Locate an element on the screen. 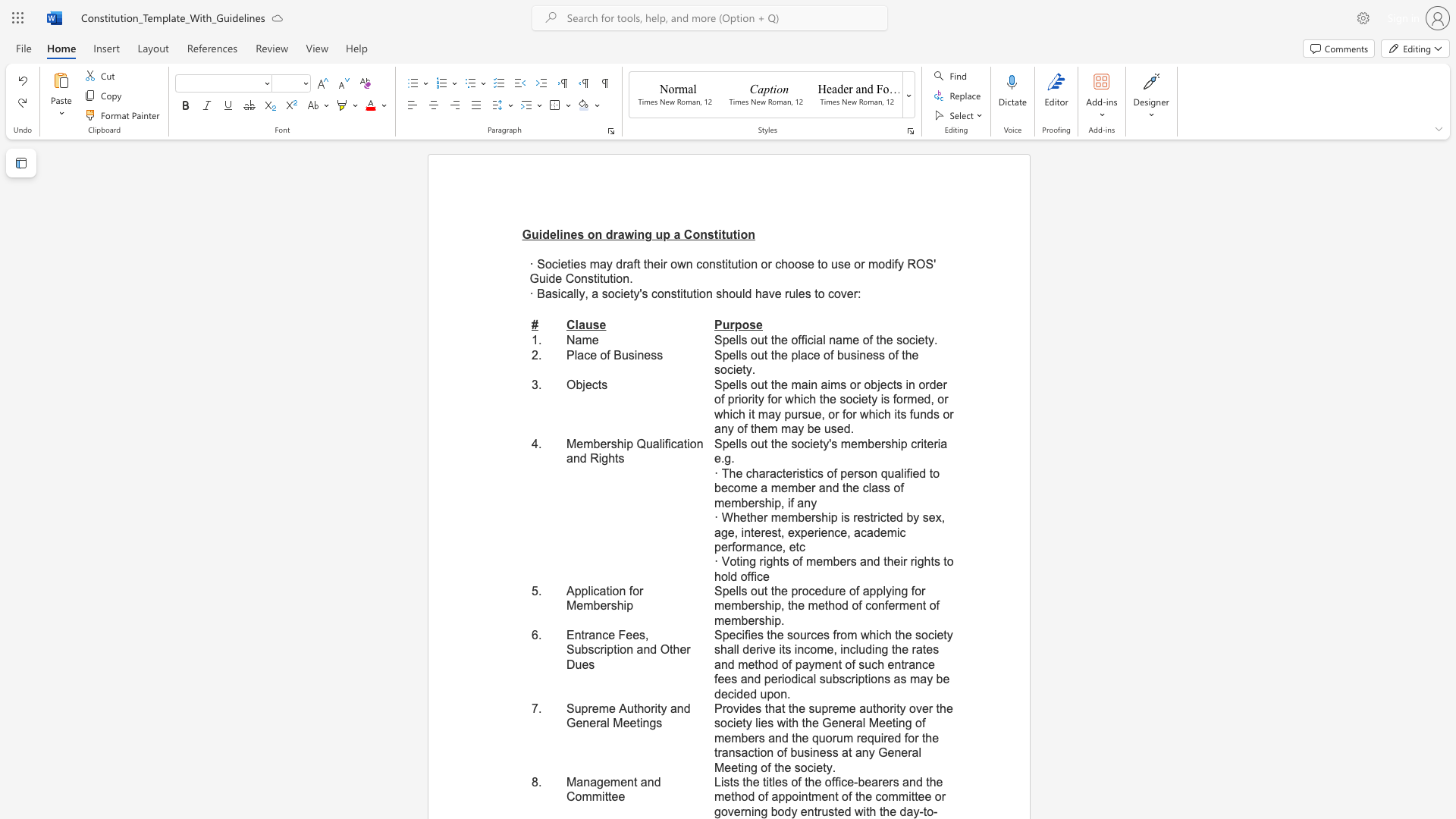 The height and width of the screenshot is (819, 1456). the 4th character "t" in the text is located at coordinates (925, 339).